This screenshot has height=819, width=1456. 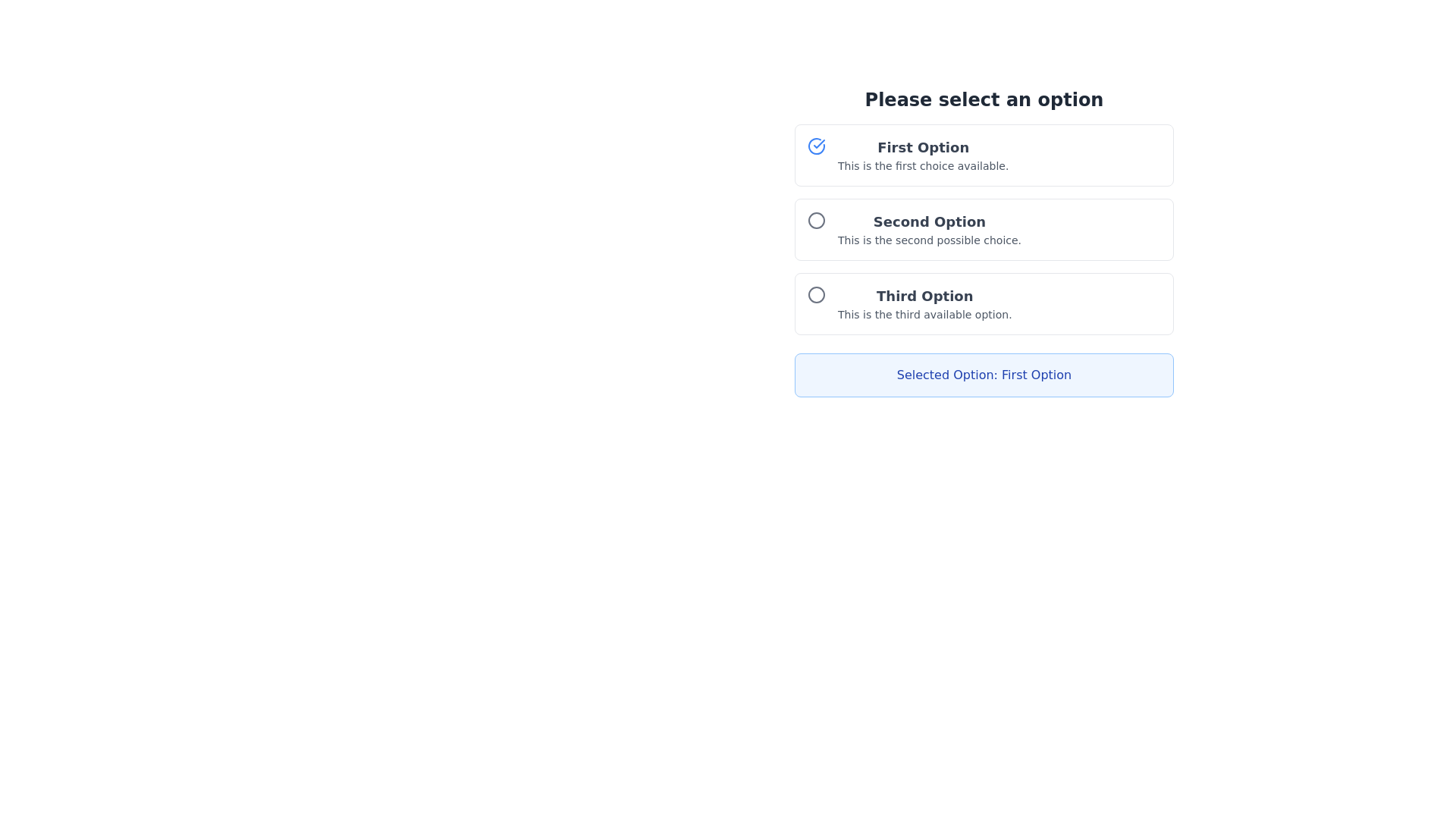 I want to click on the blue circular icon with a checkmark located to the left of the 'First Option' label in the selection interface, so click(x=815, y=146).